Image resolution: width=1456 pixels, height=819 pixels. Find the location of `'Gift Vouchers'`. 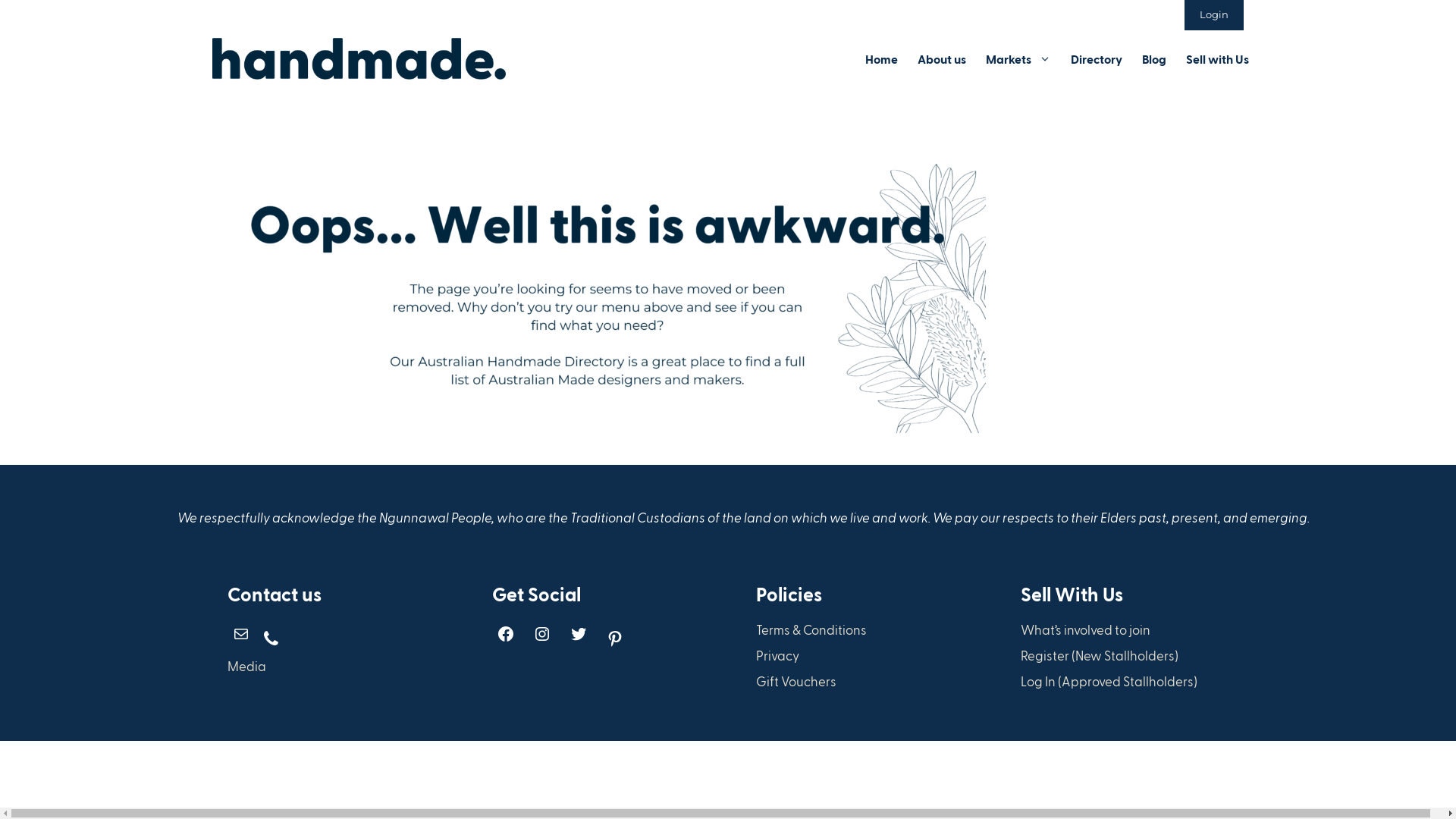

'Gift Vouchers' is located at coordinates (795, 680).